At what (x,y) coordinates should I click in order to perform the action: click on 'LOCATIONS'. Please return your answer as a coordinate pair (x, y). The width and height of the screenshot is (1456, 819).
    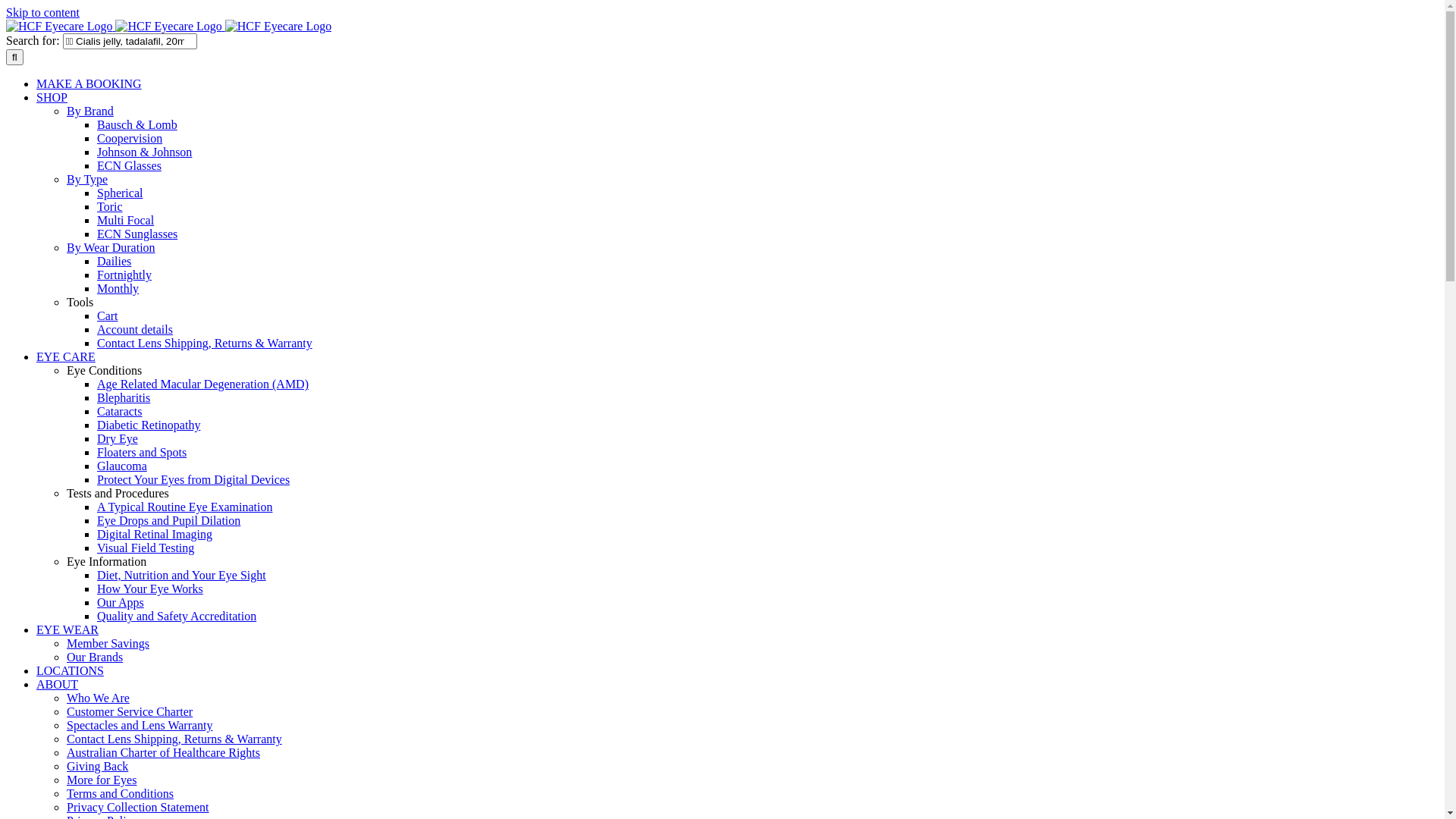
    Looking at the image, I should click on (69, 670).